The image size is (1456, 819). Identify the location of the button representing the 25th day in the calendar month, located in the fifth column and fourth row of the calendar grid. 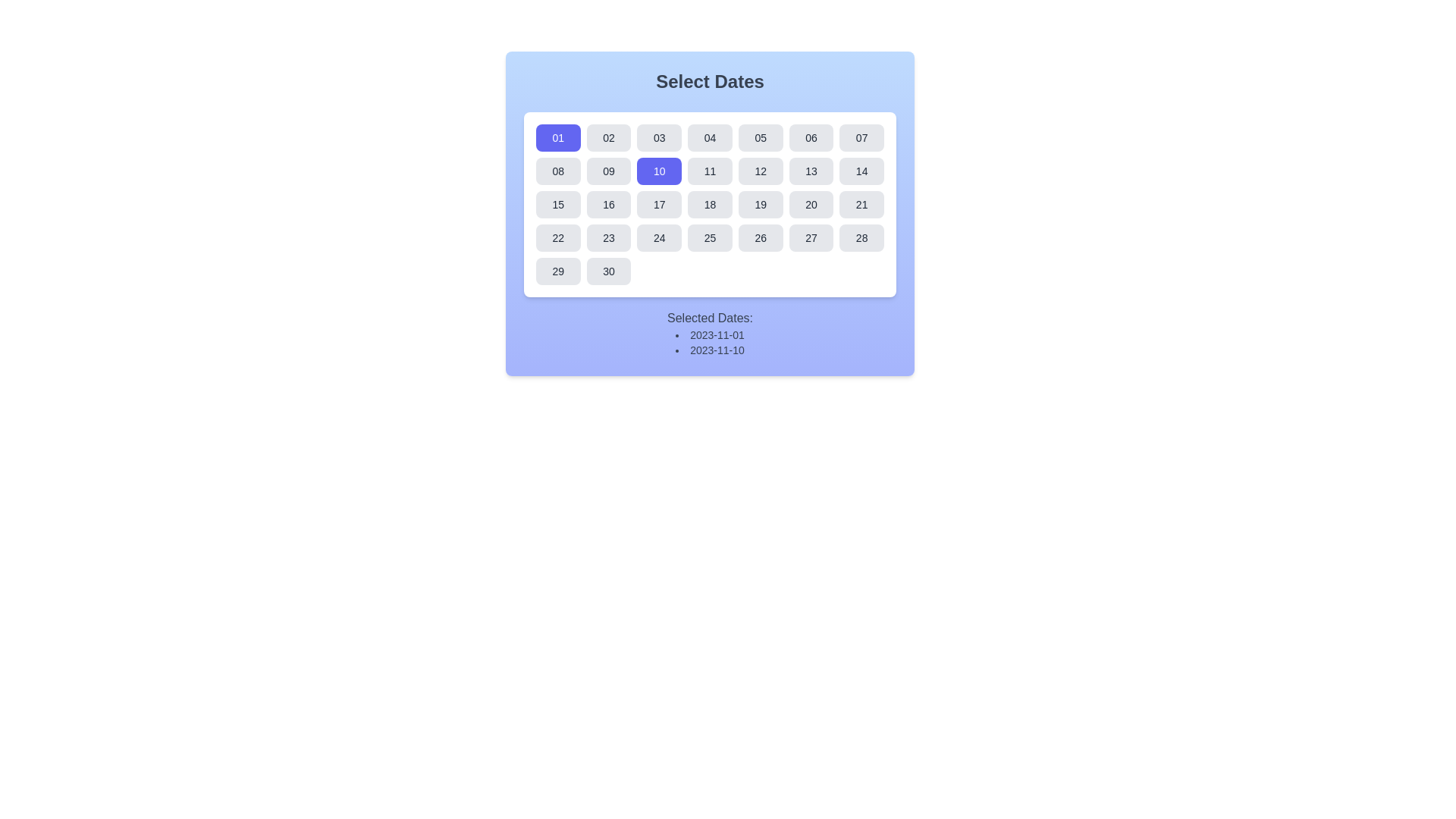
(709, 237).